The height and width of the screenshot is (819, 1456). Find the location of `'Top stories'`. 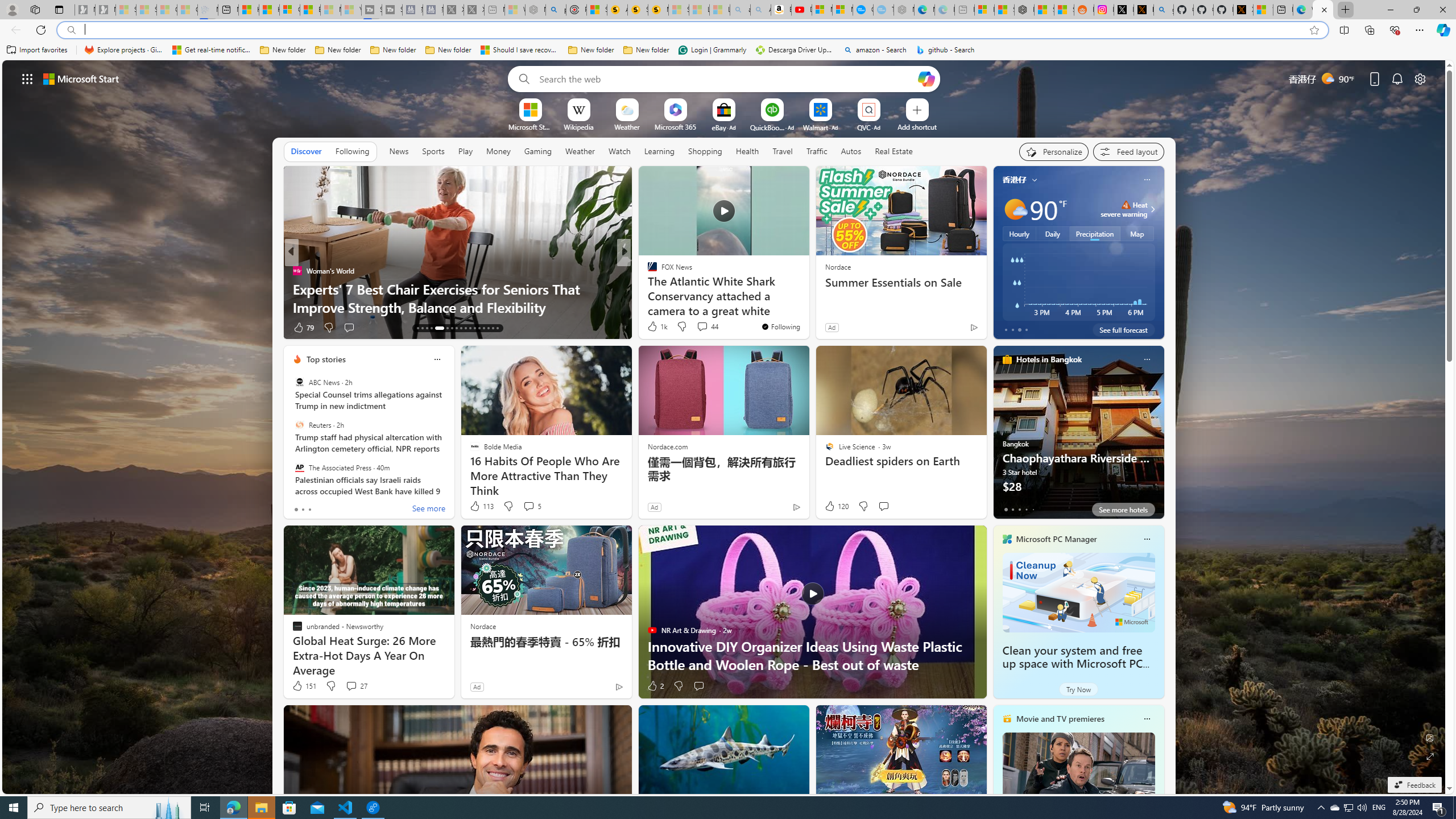

'Top stories' is located at coordinates (325, 359).